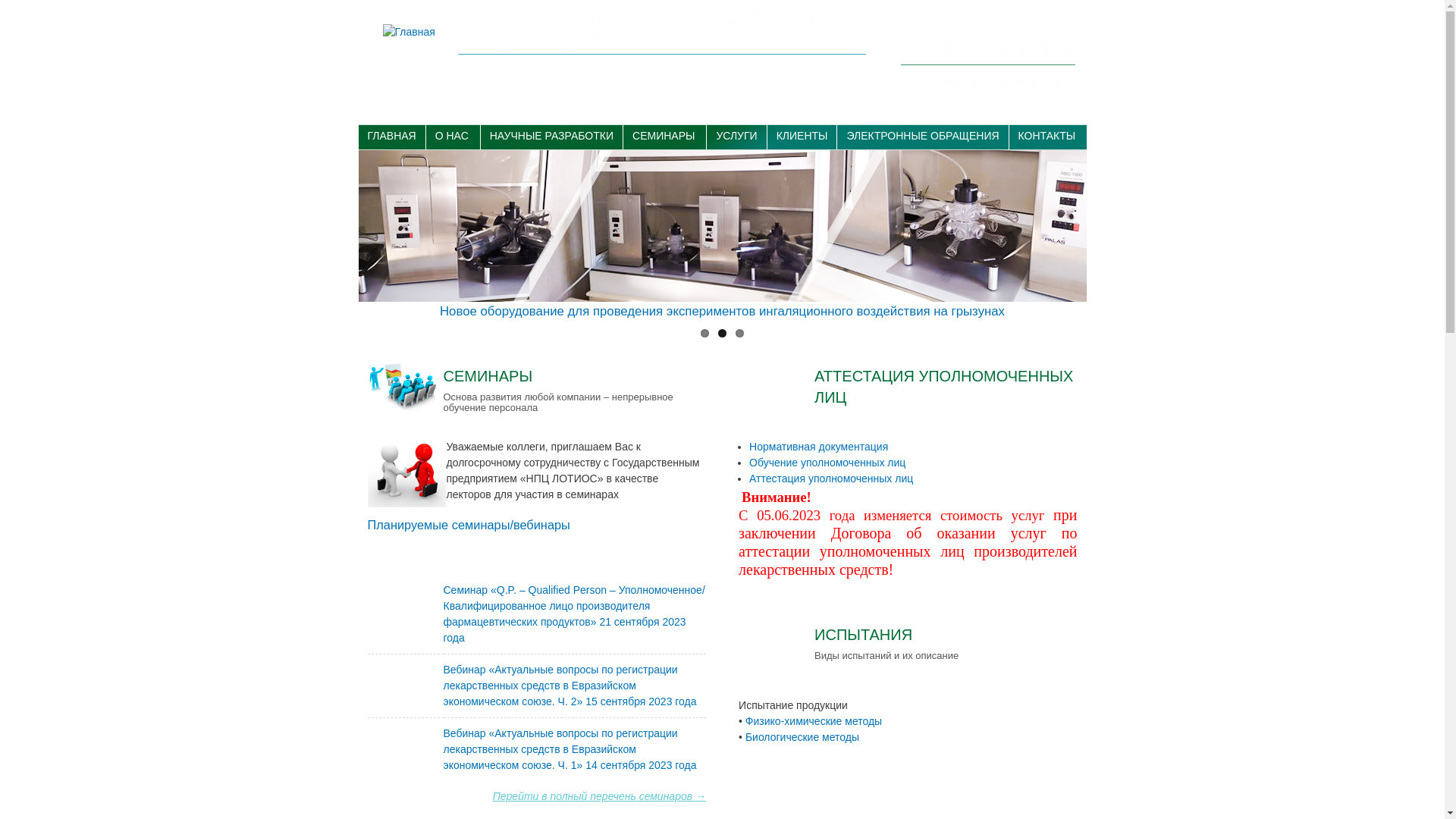 The width and height of the screenshot is (1456, 819). I want to click on '2', so click(721, 332).